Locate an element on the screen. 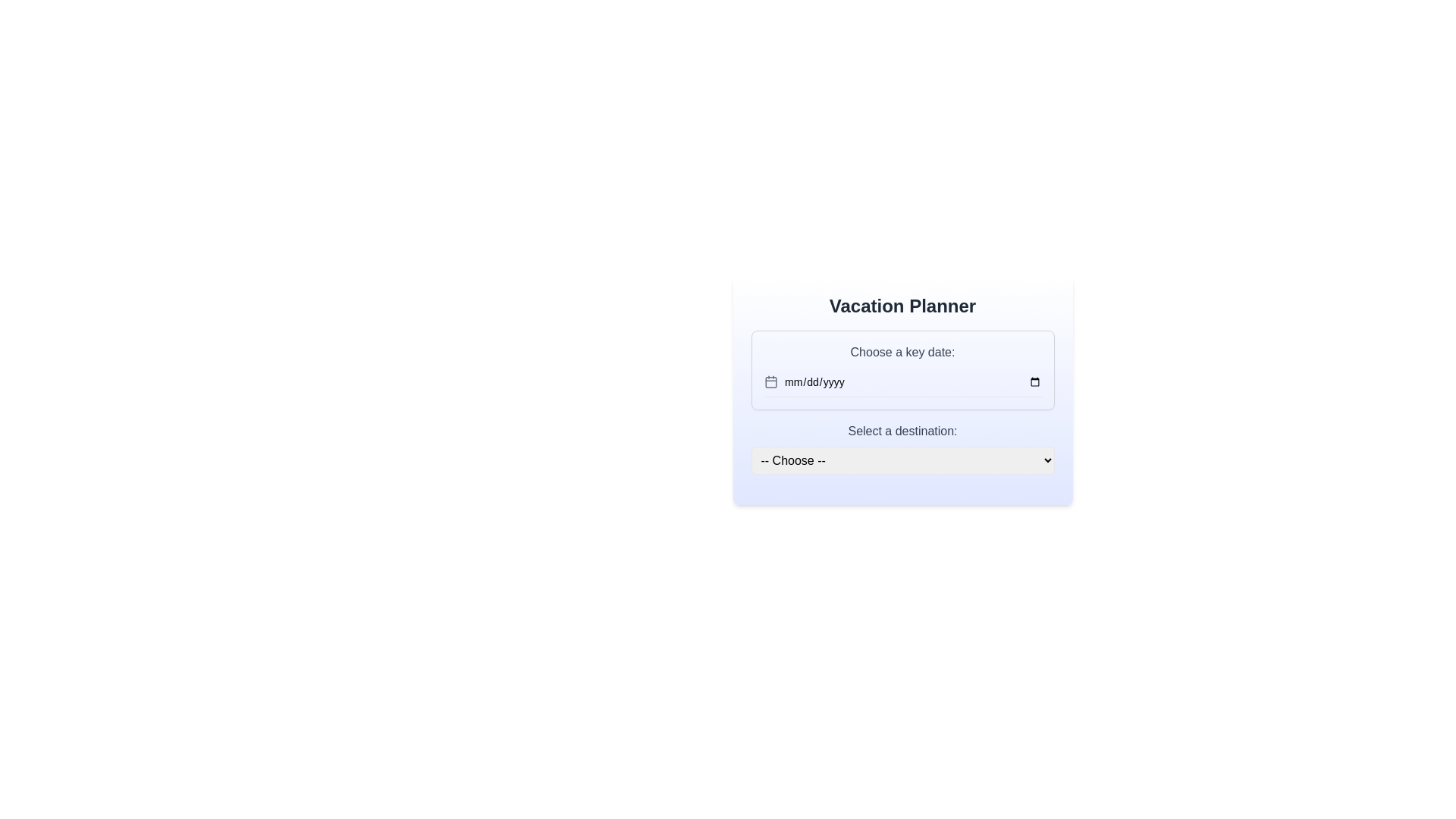 This screenshot has height=819, width=1456. the textual label that says 'Select a destination:' which is styled with a medium-weight font and gray color, located below the 'Choose a key date:' section and above the dropdown menu labeled '-- Choose --' is located at coordinates (902, 431).